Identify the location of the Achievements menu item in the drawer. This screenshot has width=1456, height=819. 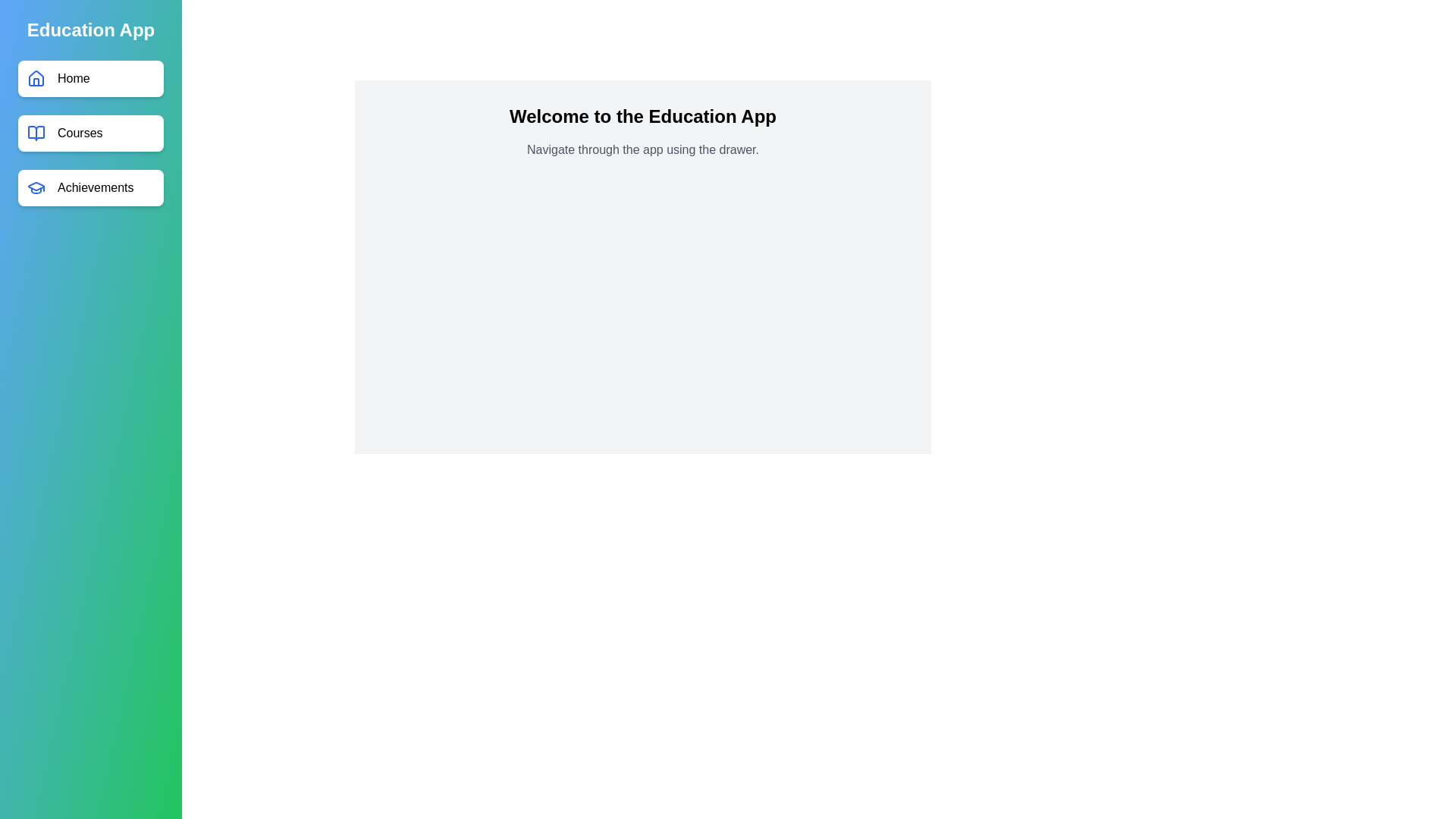
(90, 187).